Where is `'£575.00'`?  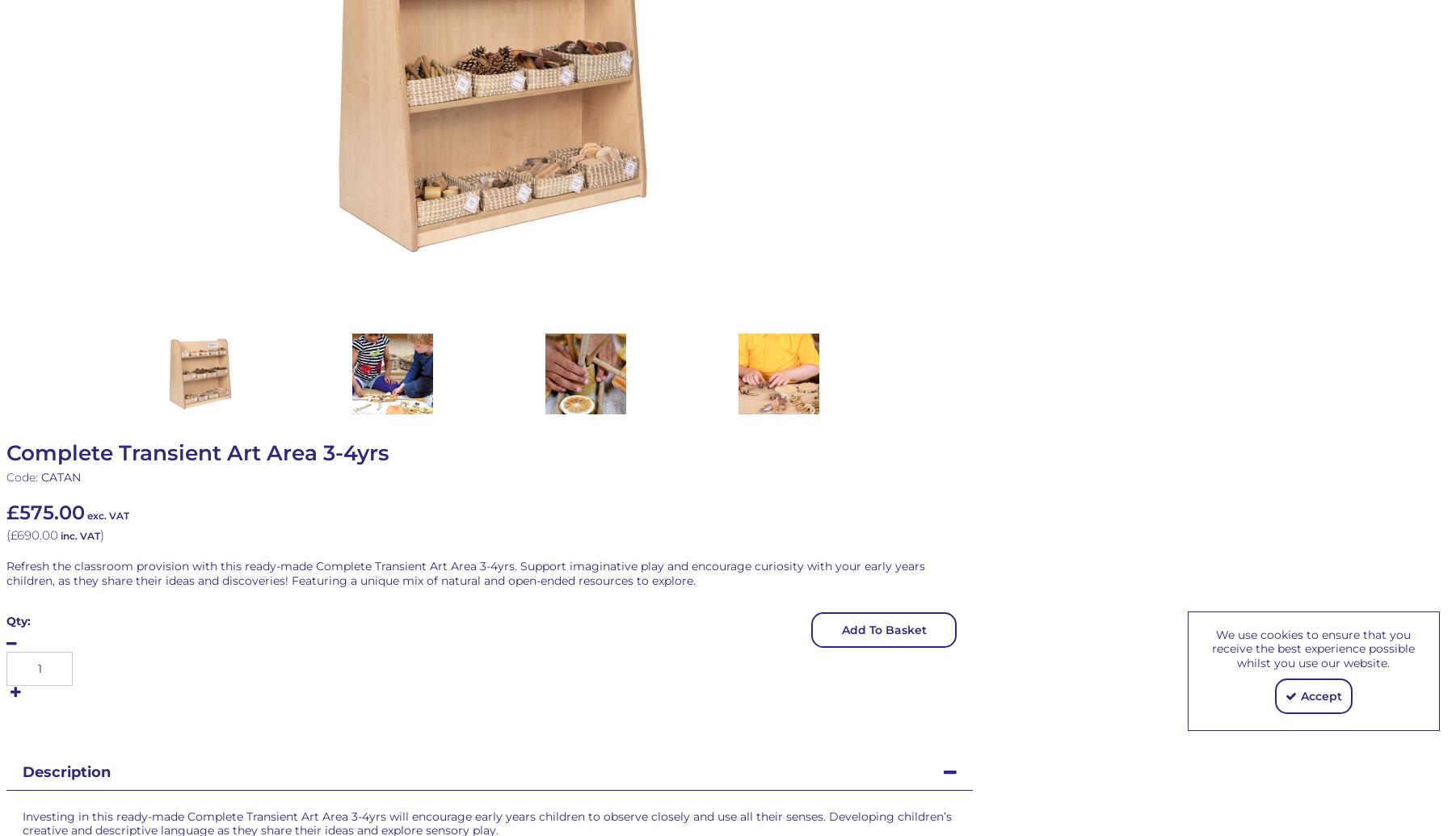
'£575.00' is located at coordinates (44, 511).